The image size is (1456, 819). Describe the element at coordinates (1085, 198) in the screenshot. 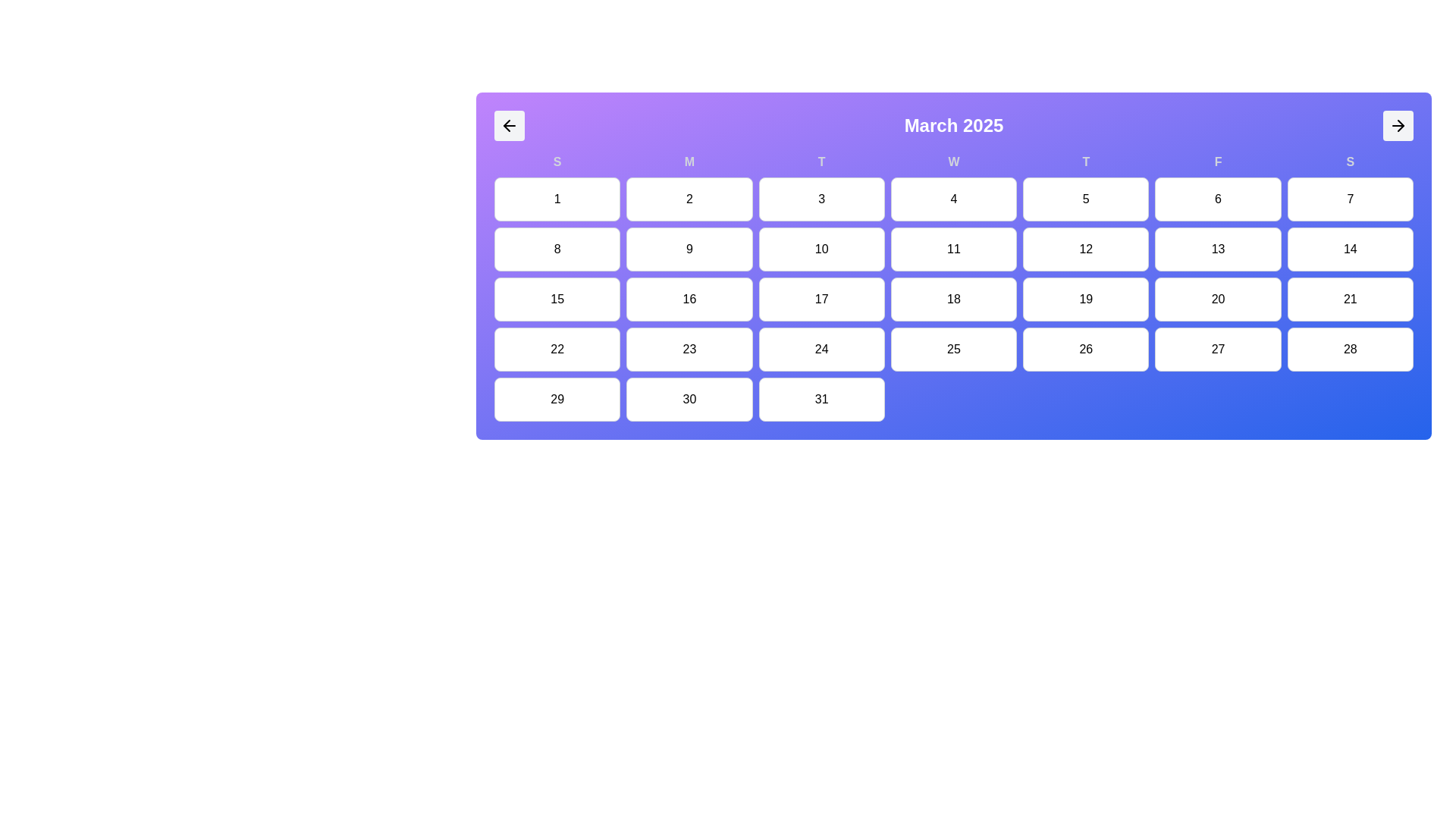

I see `the button-like calendar date item displaying the number '5'` at that location.